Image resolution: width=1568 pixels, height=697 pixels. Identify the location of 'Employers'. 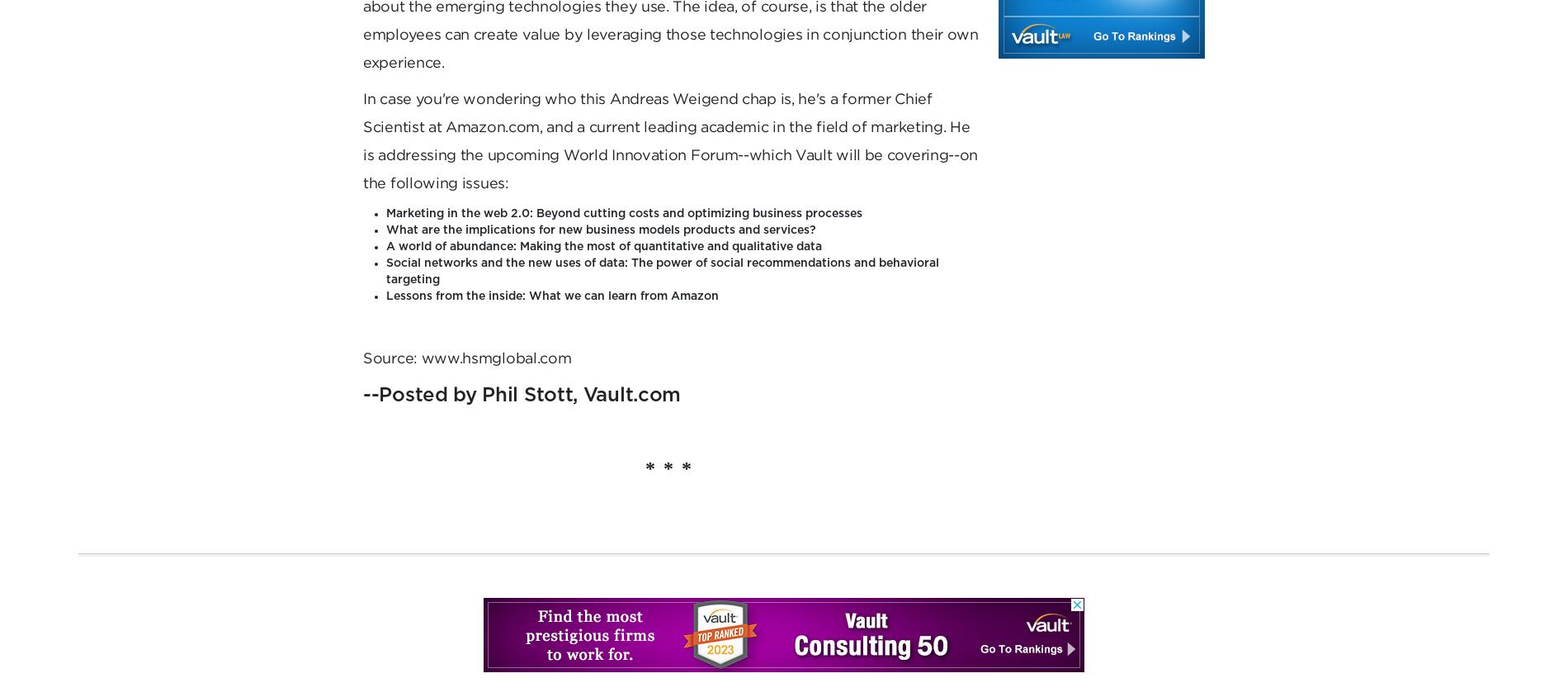
(446, 111).